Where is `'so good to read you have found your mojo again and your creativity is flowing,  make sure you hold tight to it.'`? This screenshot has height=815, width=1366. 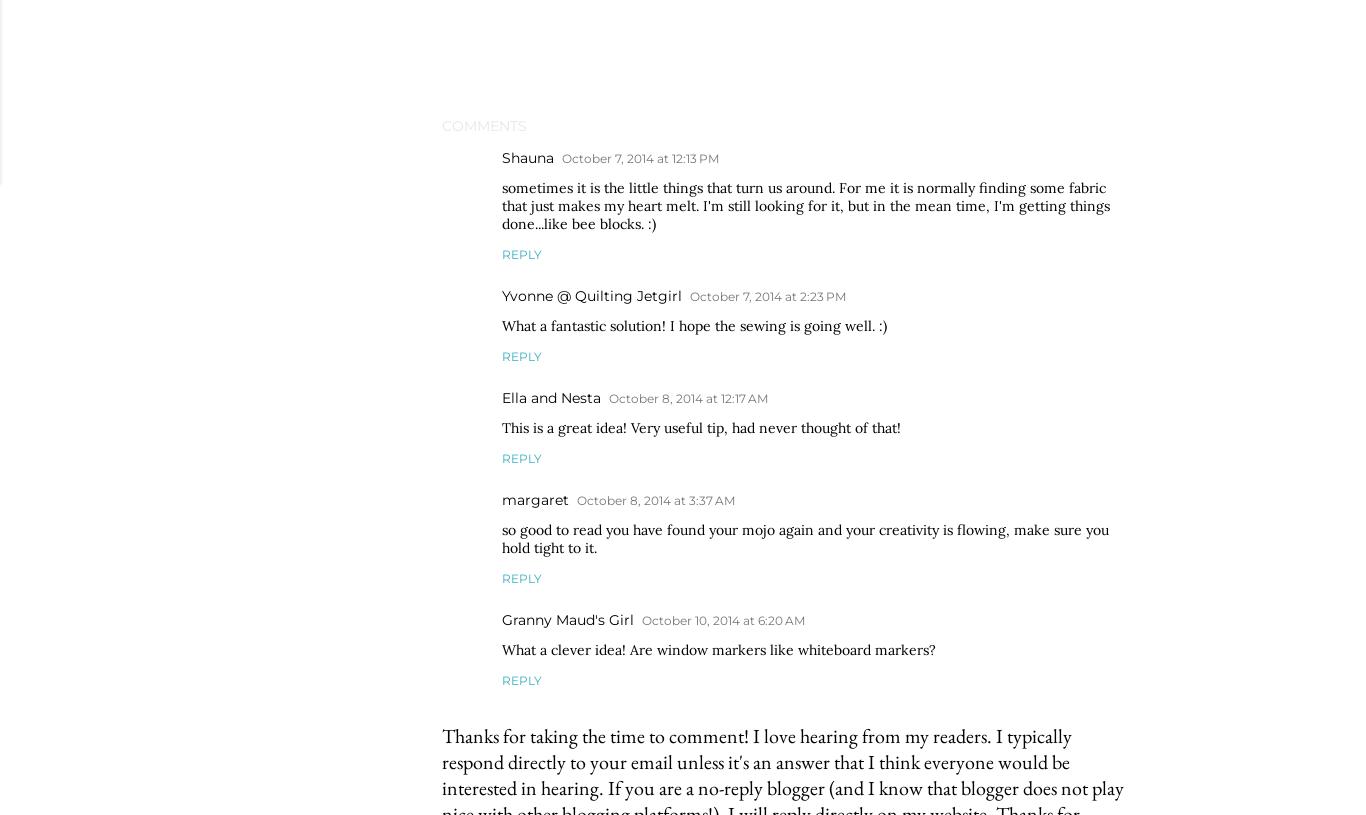
'so good to read you have found your mojo again and your creativity is flowing,  make sure you hold tight to it.' is located at coordinates (502, 538).